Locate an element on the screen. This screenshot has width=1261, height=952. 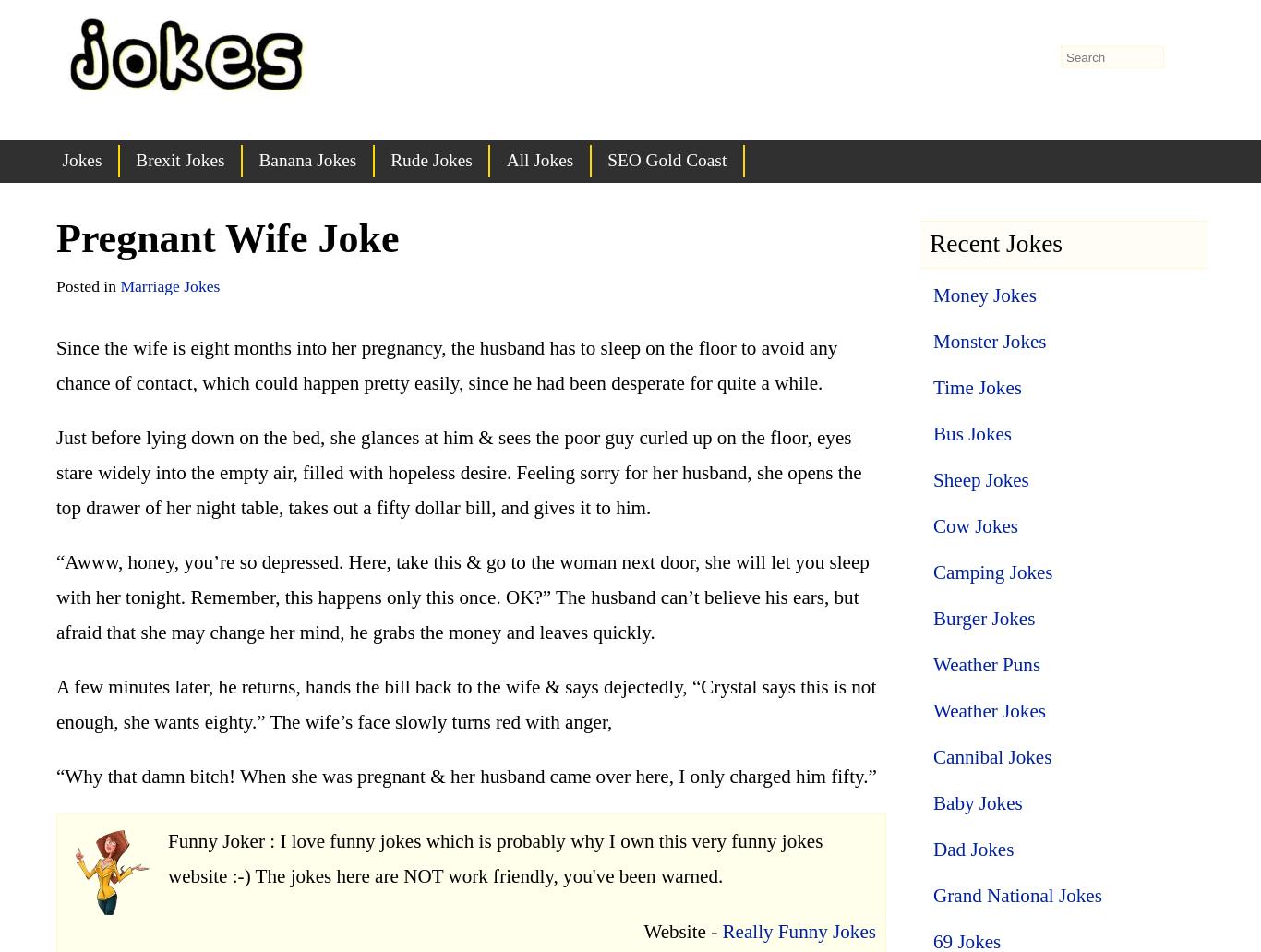
'“Why that damn bitch! When she was pregnant & her husband came over here, I only charged him fifty.”' is located at coordinates (466, 776).